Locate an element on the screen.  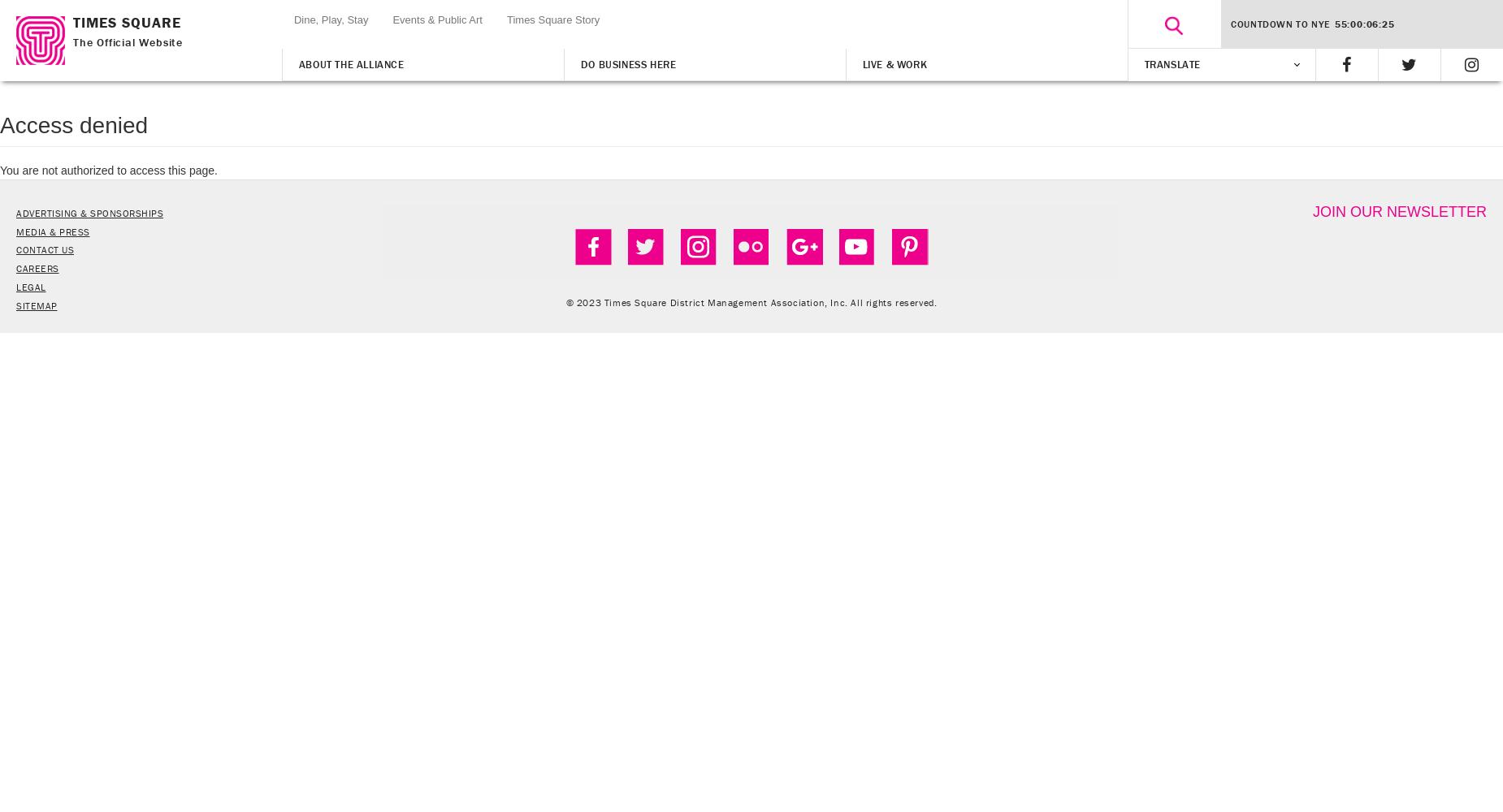
'Live & Work' is located at coordinates (893, 63).